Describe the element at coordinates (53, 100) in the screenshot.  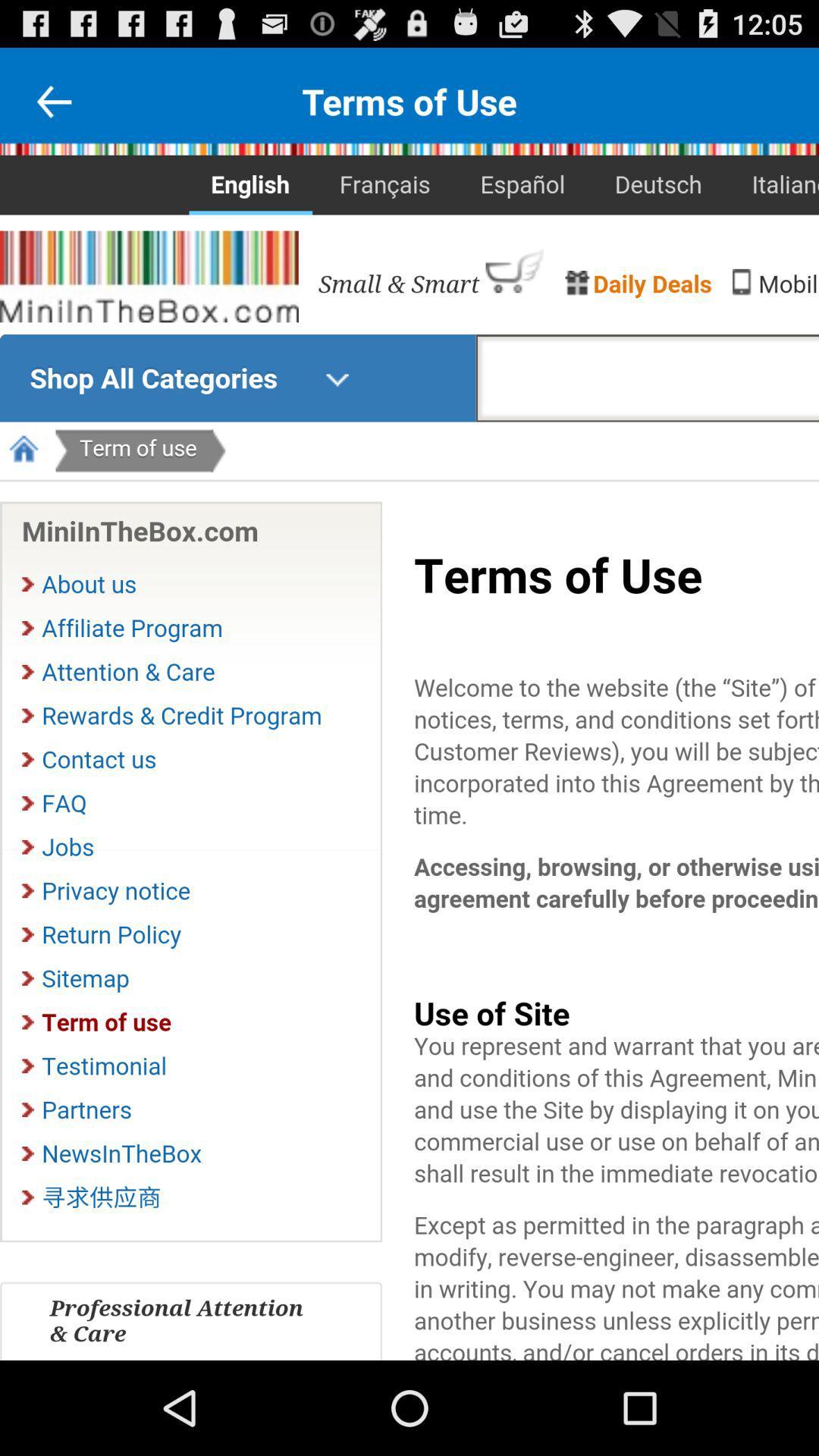
I see `go back` at that location.